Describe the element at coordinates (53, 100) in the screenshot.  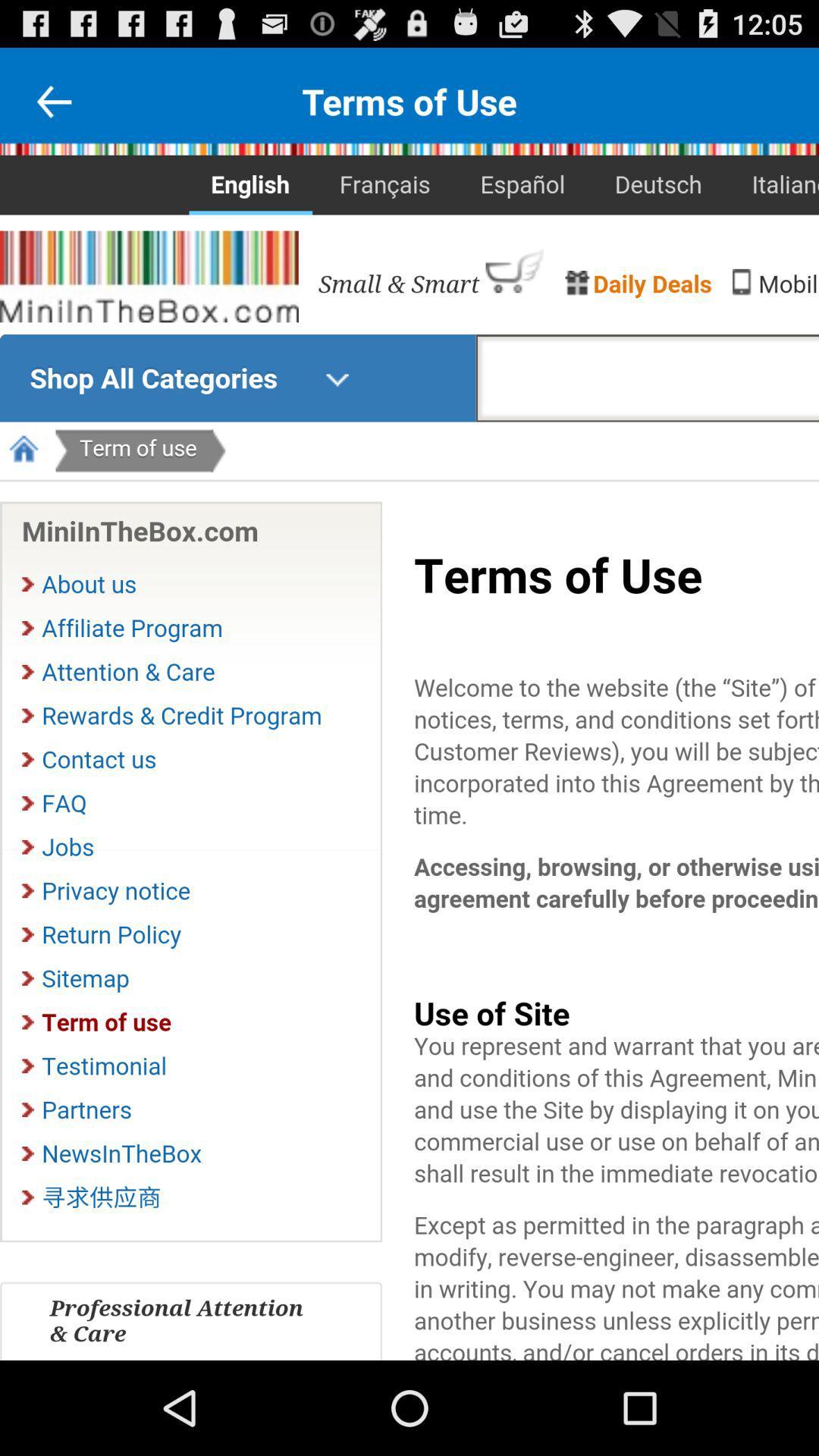
I see `go back` at that location.